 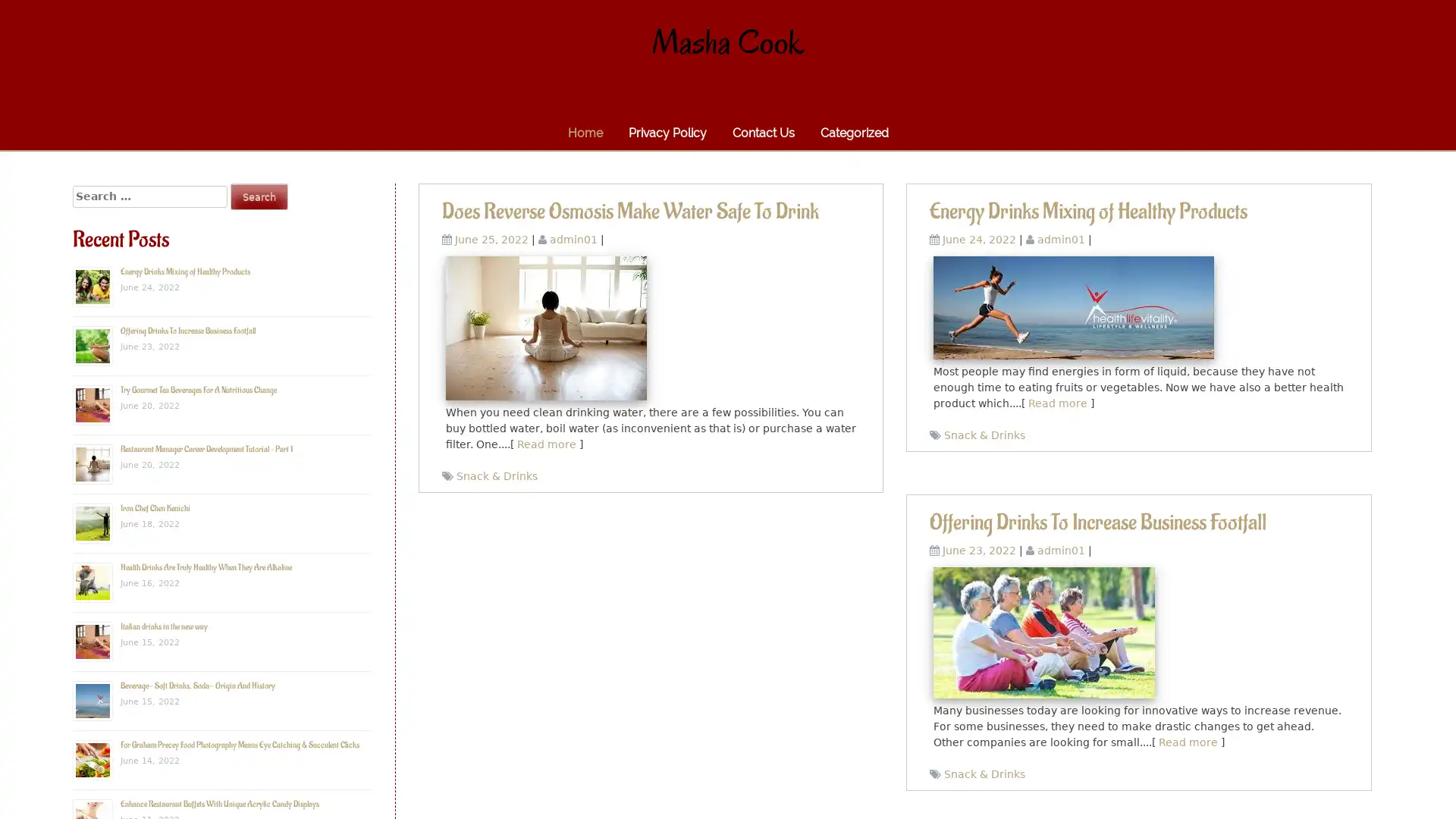 I want to click on Search, so click(x=259, y=196).